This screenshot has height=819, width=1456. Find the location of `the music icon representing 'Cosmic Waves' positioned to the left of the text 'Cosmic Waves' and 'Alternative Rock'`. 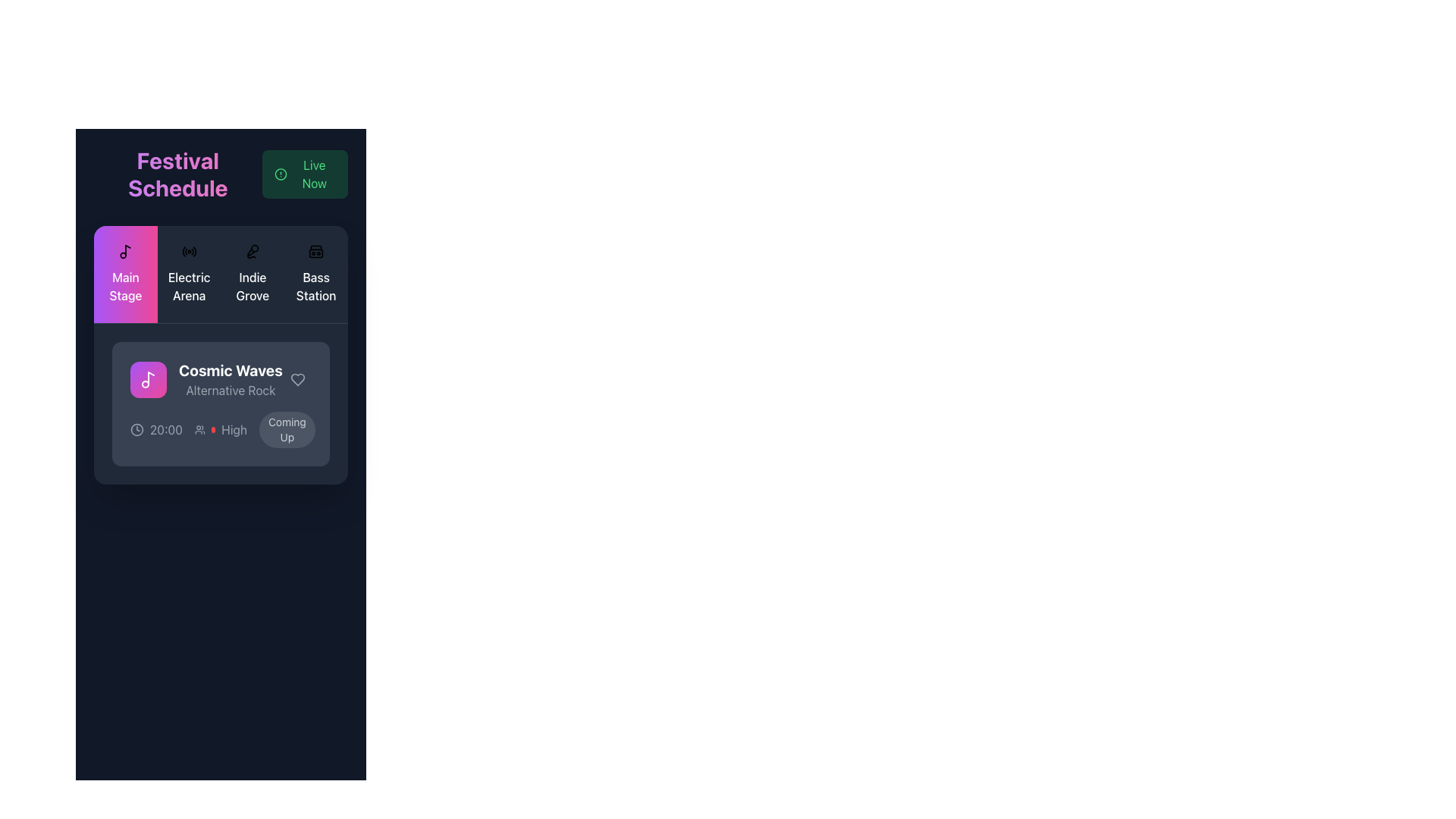

the music icon representing 'Cosmic Waves' positioned to the left of the text 'Cosmic Waves' and 'Alternative Rock' is located at coordinates (149, 379).